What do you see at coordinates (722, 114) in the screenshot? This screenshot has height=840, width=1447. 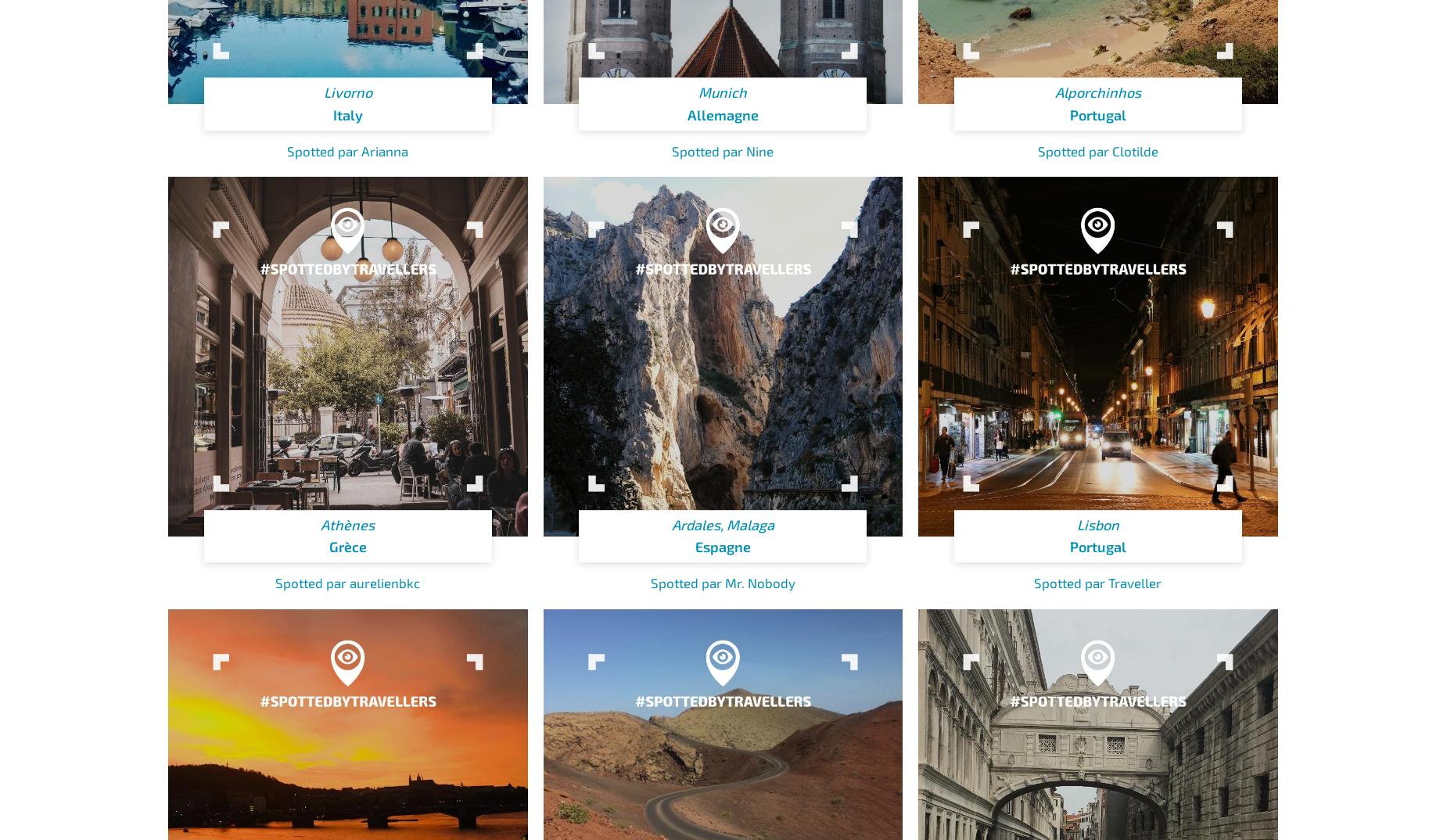 I see `'Allemagne'` at bounding box center [722, 114].